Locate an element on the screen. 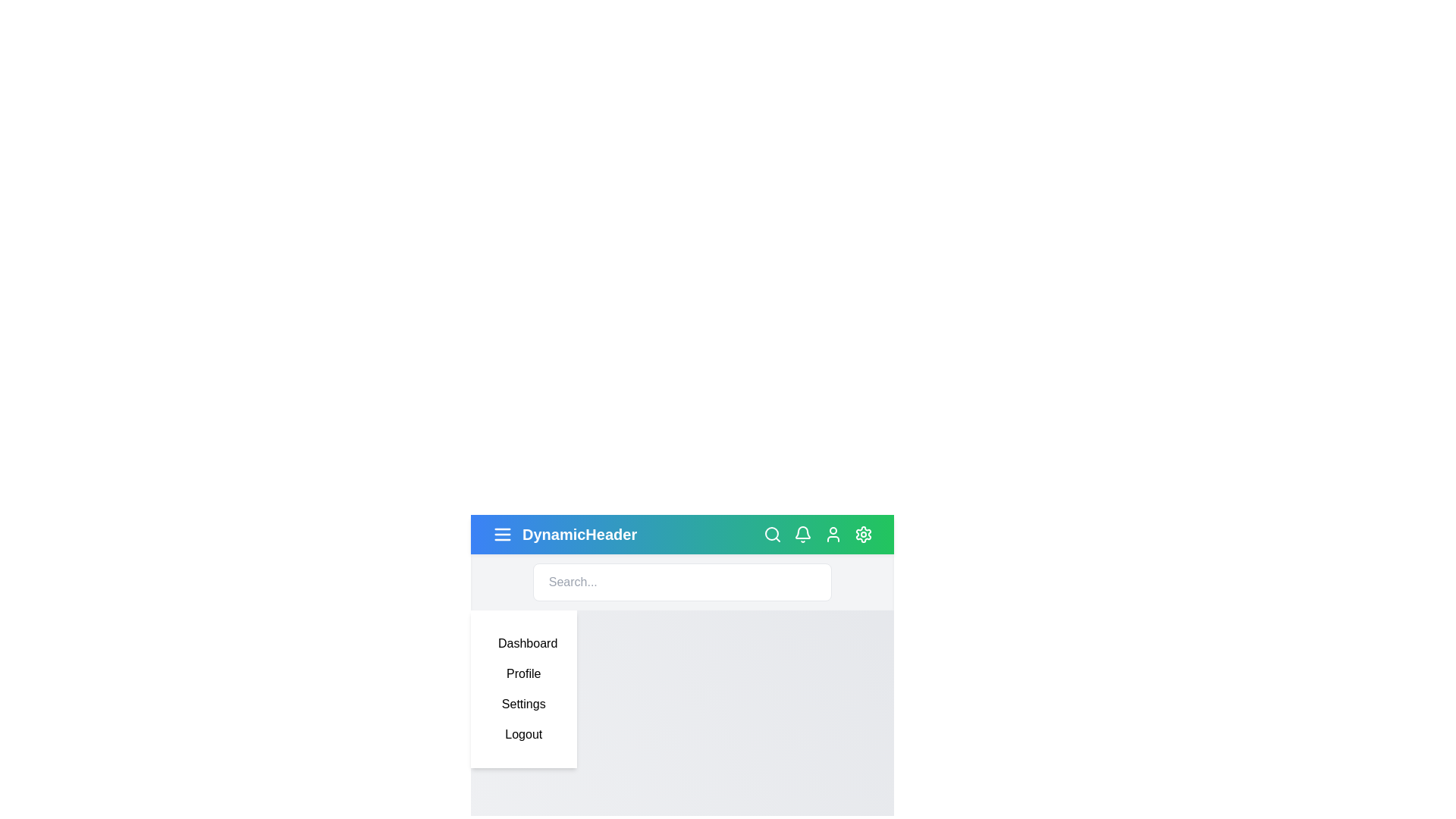 The height and width of the screenshot is (819, 1456). the 'Profile' menu item is located at coordinates (523, 673).